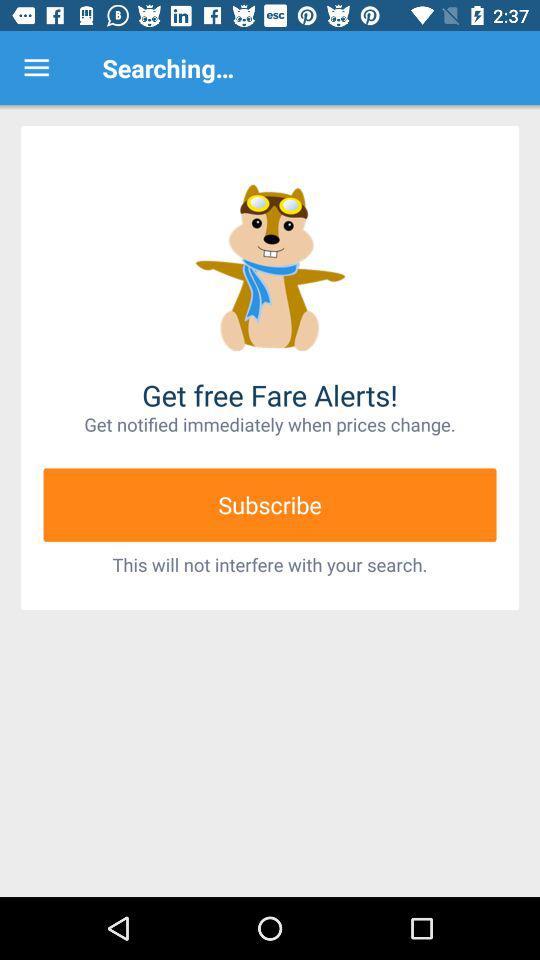 The height and width of the screenshot is (960, 540). What do you see at coordinates (270, 504) in the screenshot?
I see `item below get notified immediately item` at bounding box center [270, 504].